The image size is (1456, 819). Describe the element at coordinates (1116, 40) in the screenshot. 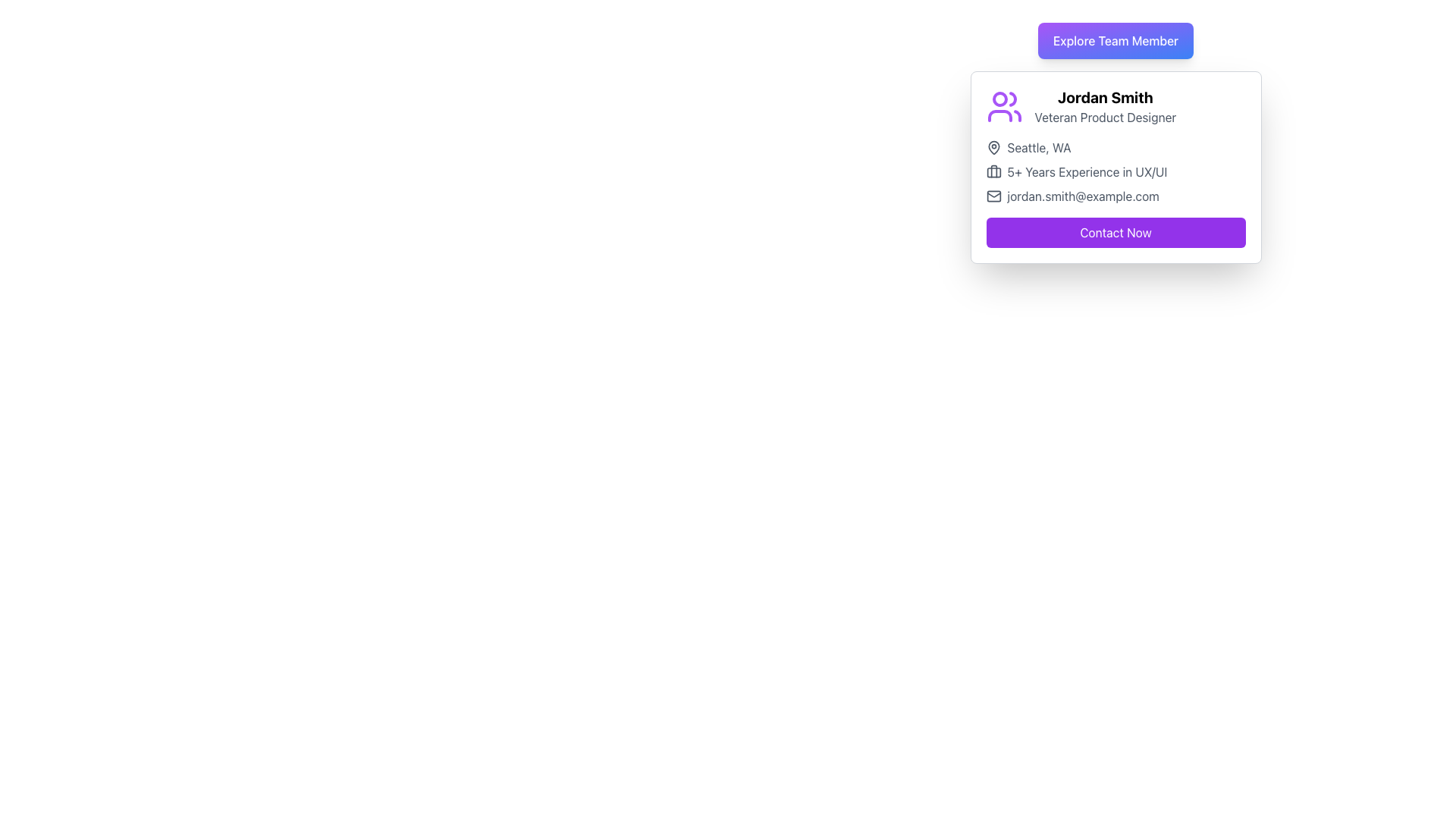

I see `the rectangular button with a gradient background that reads 'Explore Team Member' to activate its hover effect` at that location.